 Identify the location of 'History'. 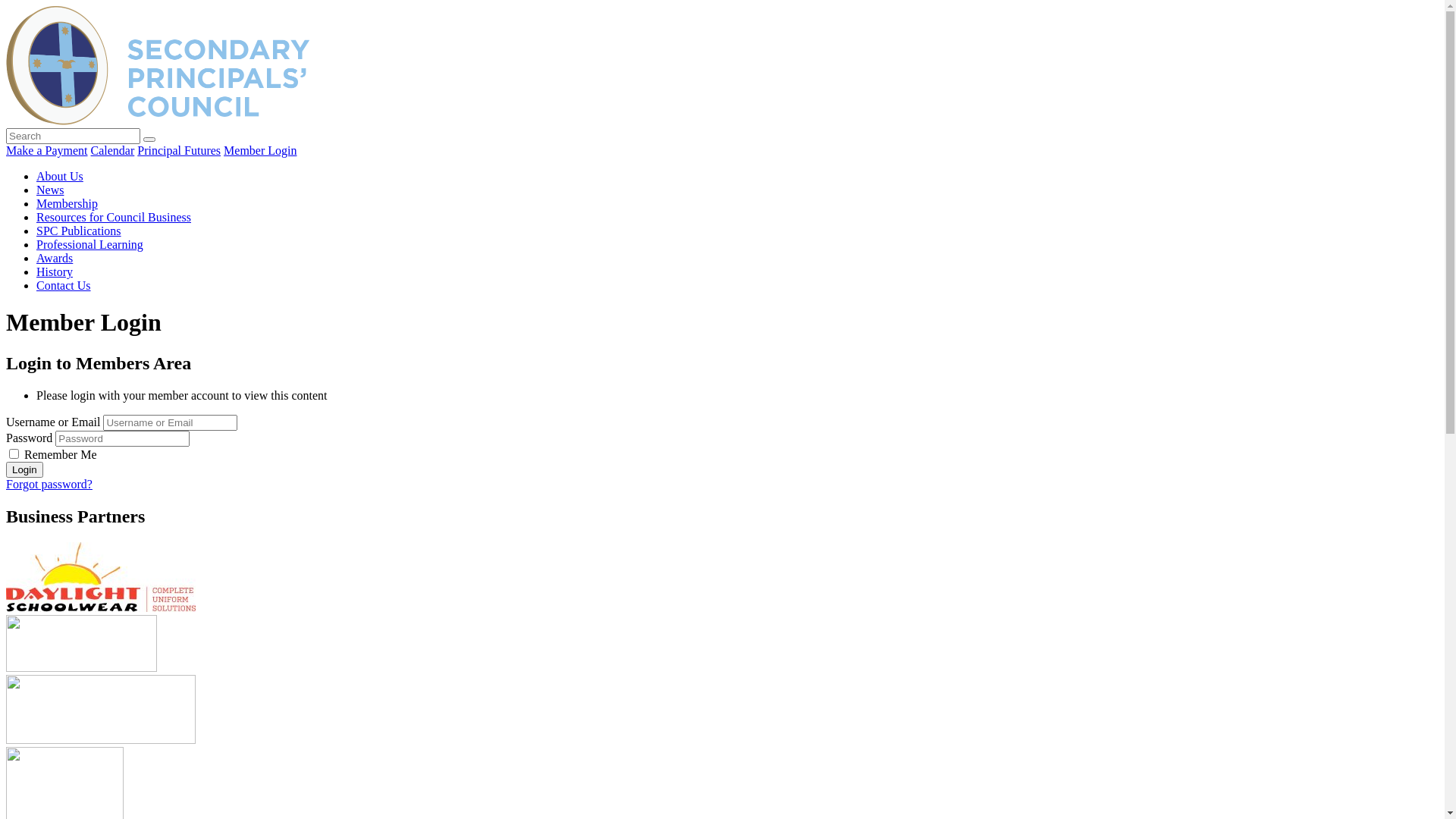
(36, 271).